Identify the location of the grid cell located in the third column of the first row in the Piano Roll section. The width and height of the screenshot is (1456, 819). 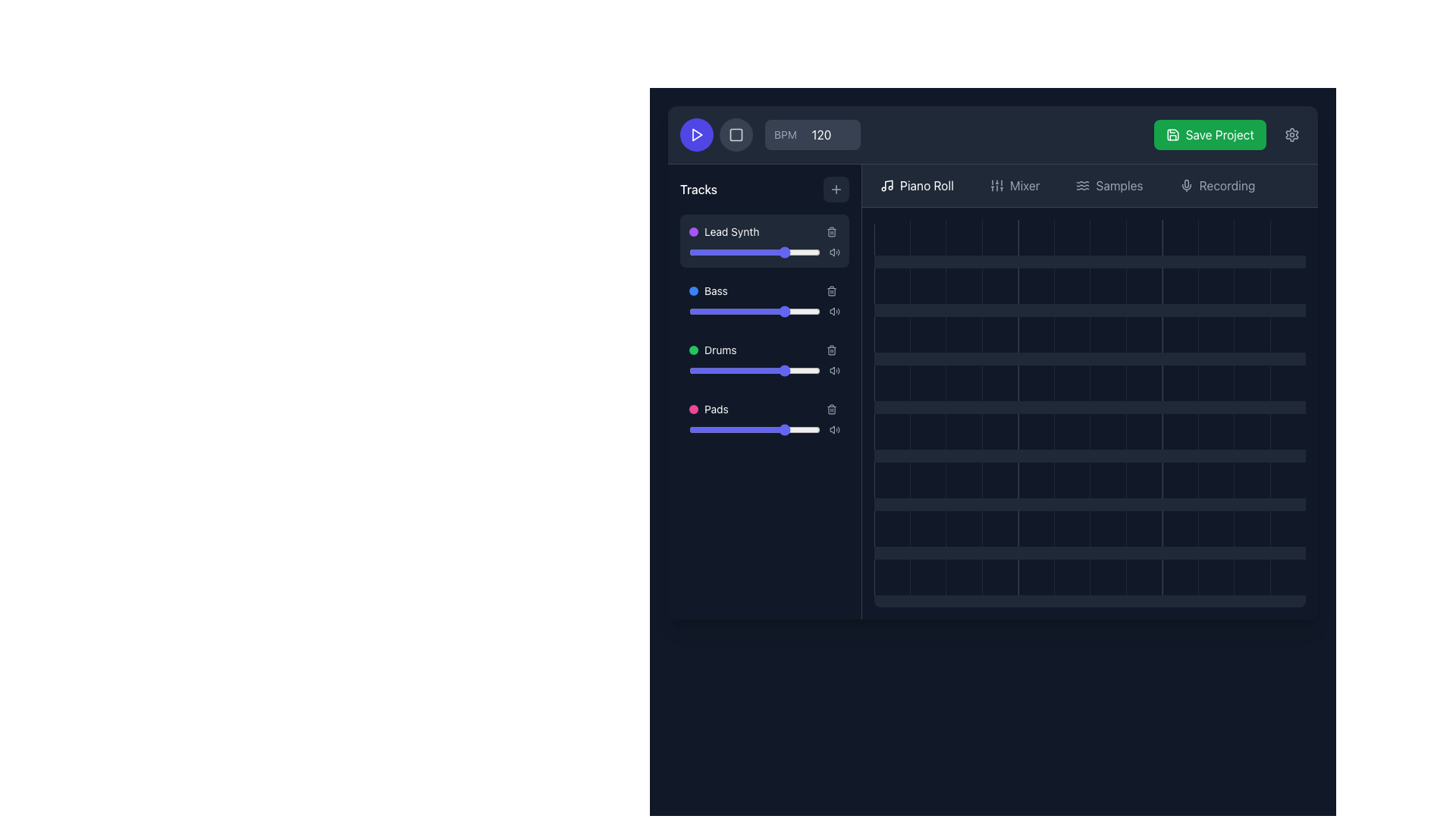
(963, 237).